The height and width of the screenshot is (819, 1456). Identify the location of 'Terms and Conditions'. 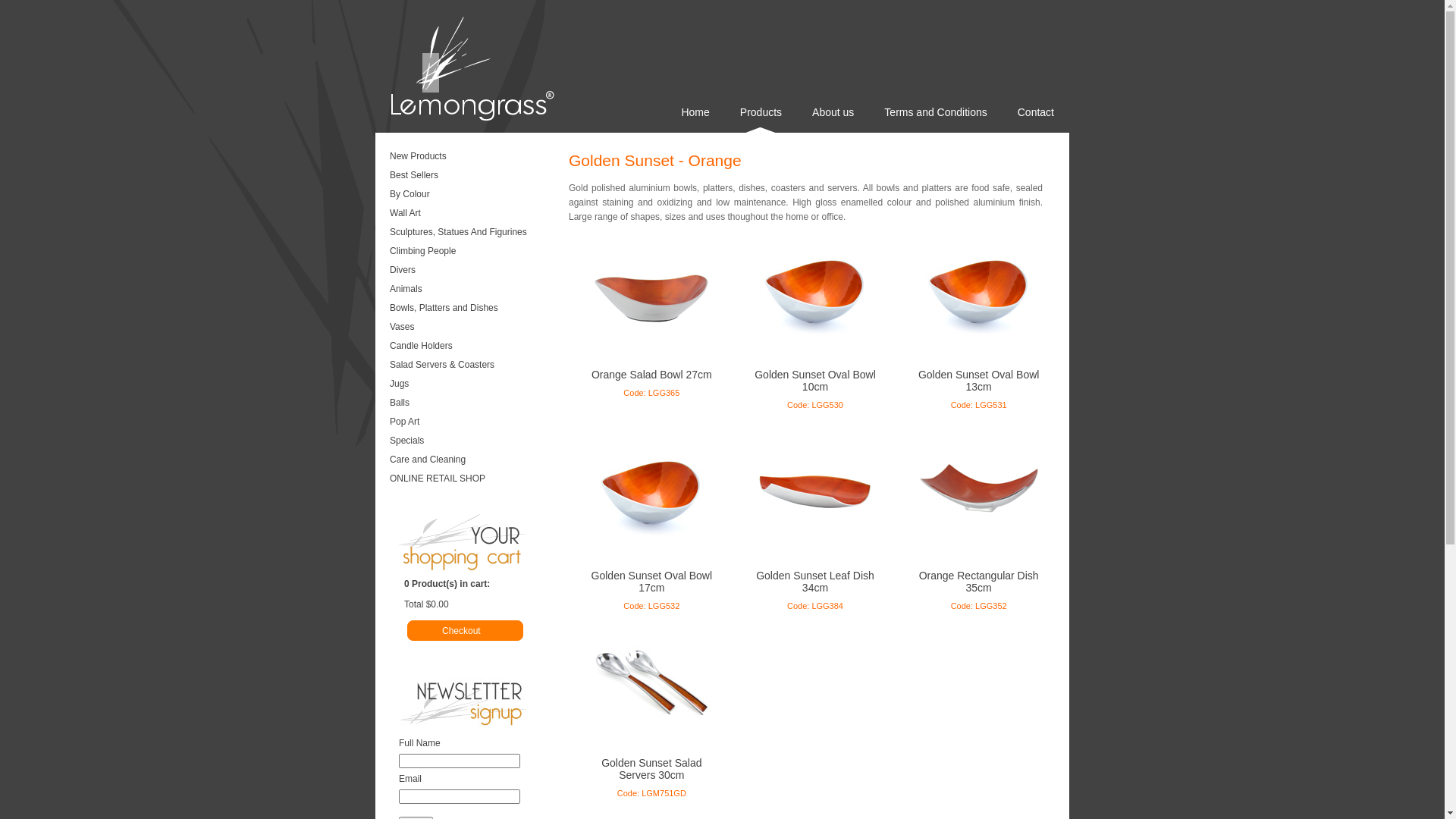
(934, 118).